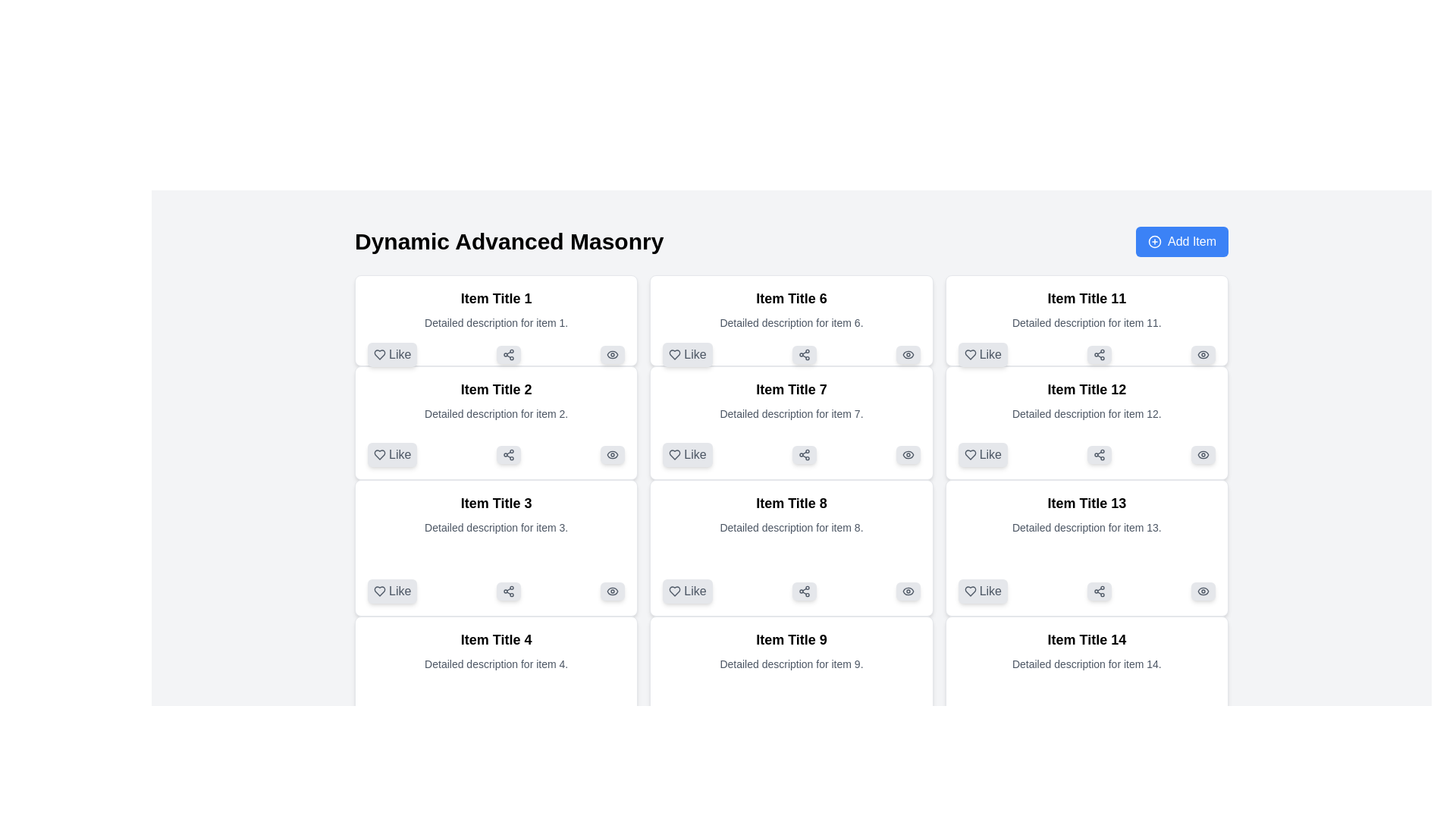 The width and height of the screenshot is (1456, 819). Describe the element at coordinates (1086, 454) in the screenshot. I see `the share button located within the card titled 'Item Title 12', positioned below the descriptive text and between the 'Like' button and the 'Eye' icon button` at that location.